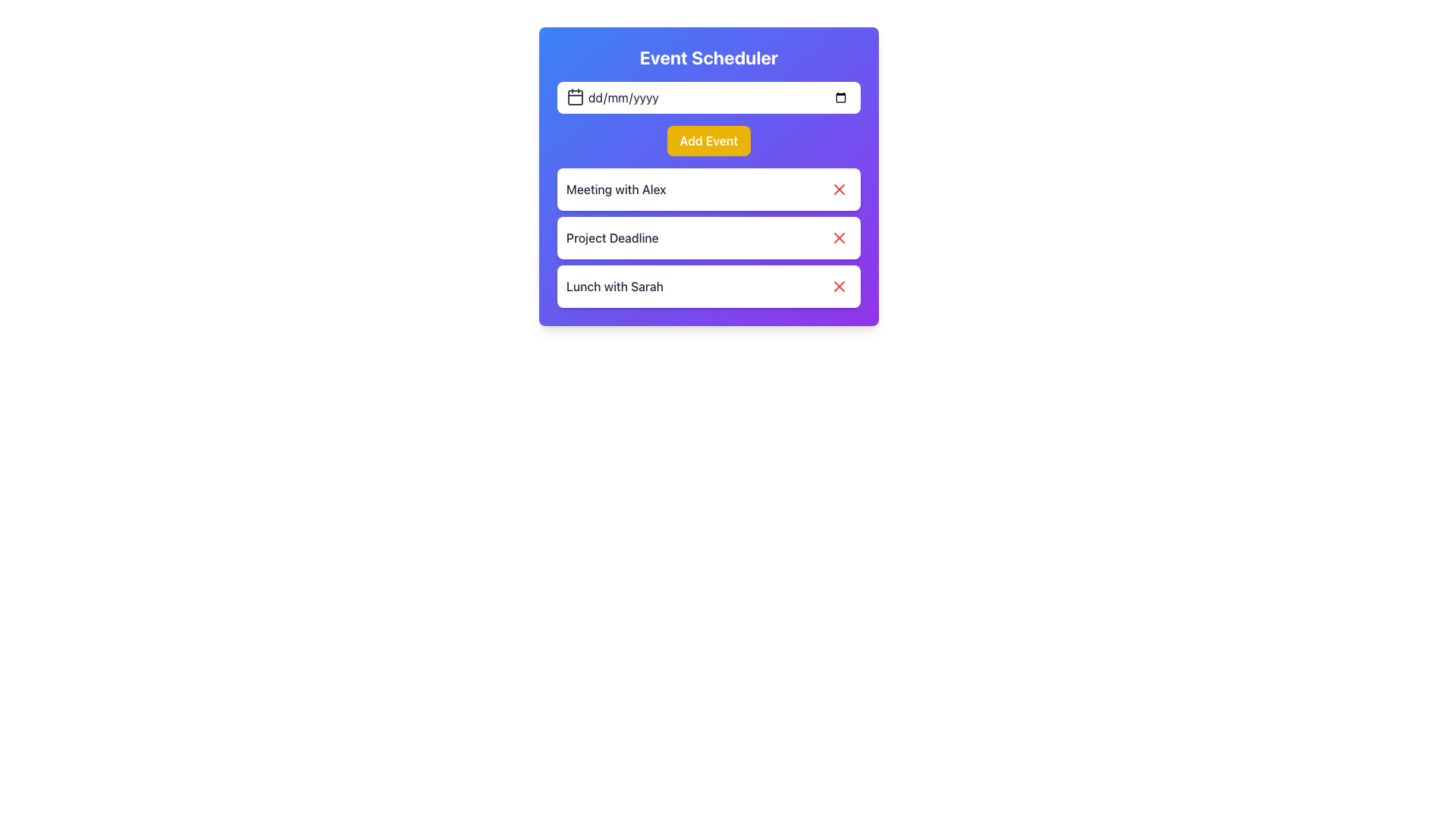 Image resolution: width=1456 pixels, height=819 pixels. Describe the element at coordinates (839, 287) in the screenshot. I see `the delete button for the 'Lunch with Sarah' event` at that location.